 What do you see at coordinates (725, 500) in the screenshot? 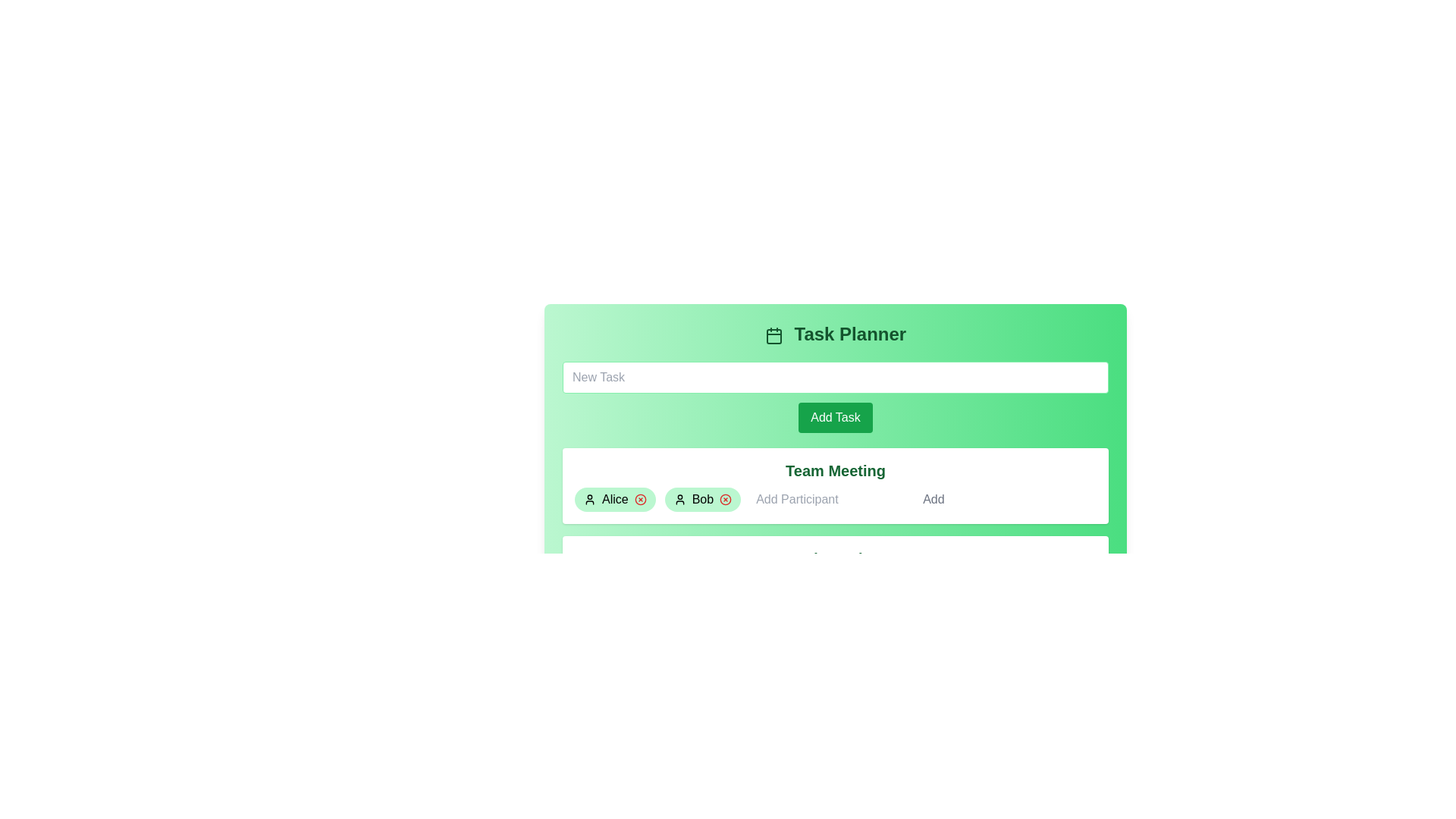
I see `the delete icon associated with participant 'Bob'` at bounding box center [725, 500].